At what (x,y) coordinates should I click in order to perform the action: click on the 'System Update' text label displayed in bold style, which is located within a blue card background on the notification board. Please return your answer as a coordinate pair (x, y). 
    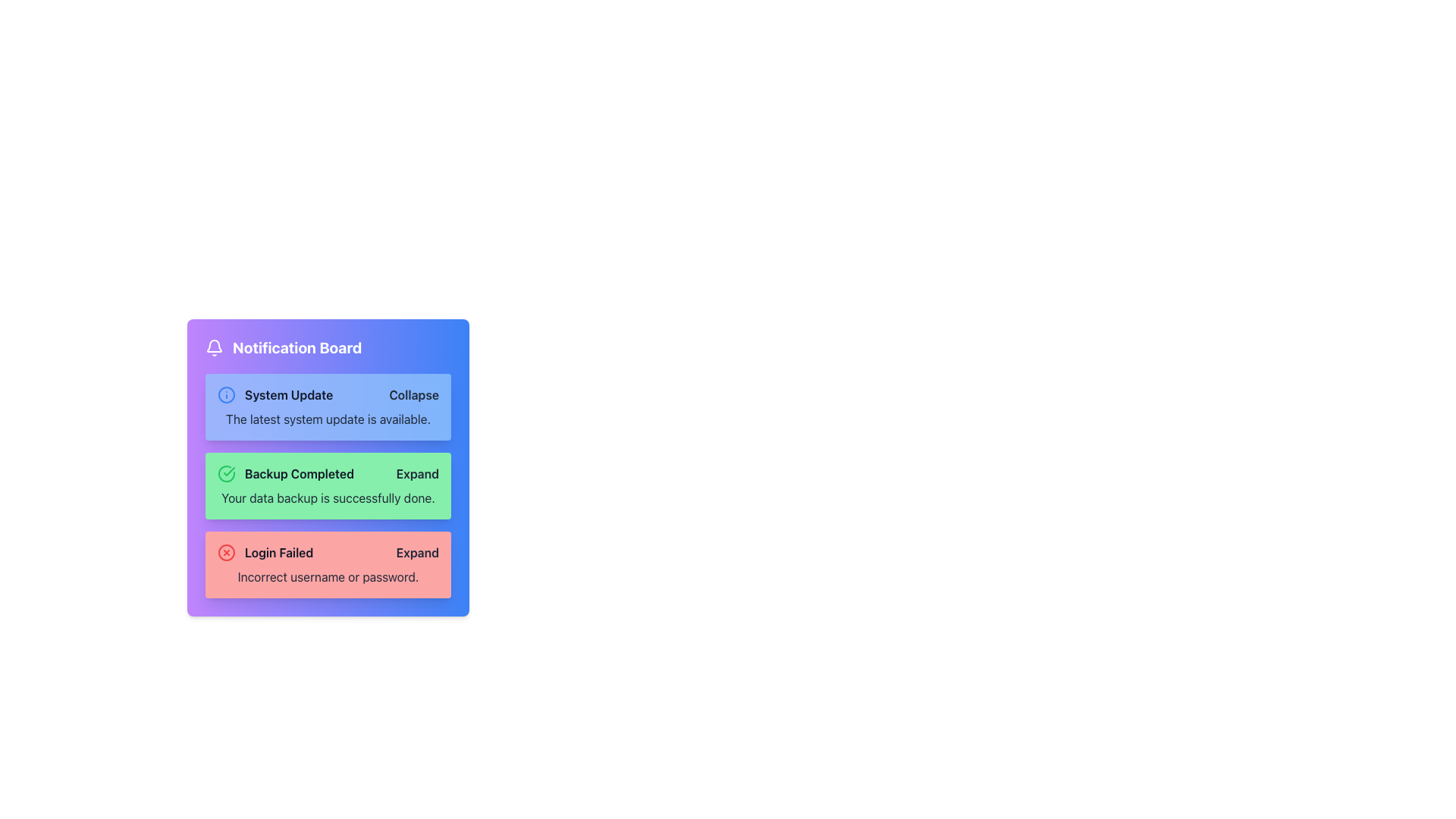
    Looking at the image, I should click on (289, 394).